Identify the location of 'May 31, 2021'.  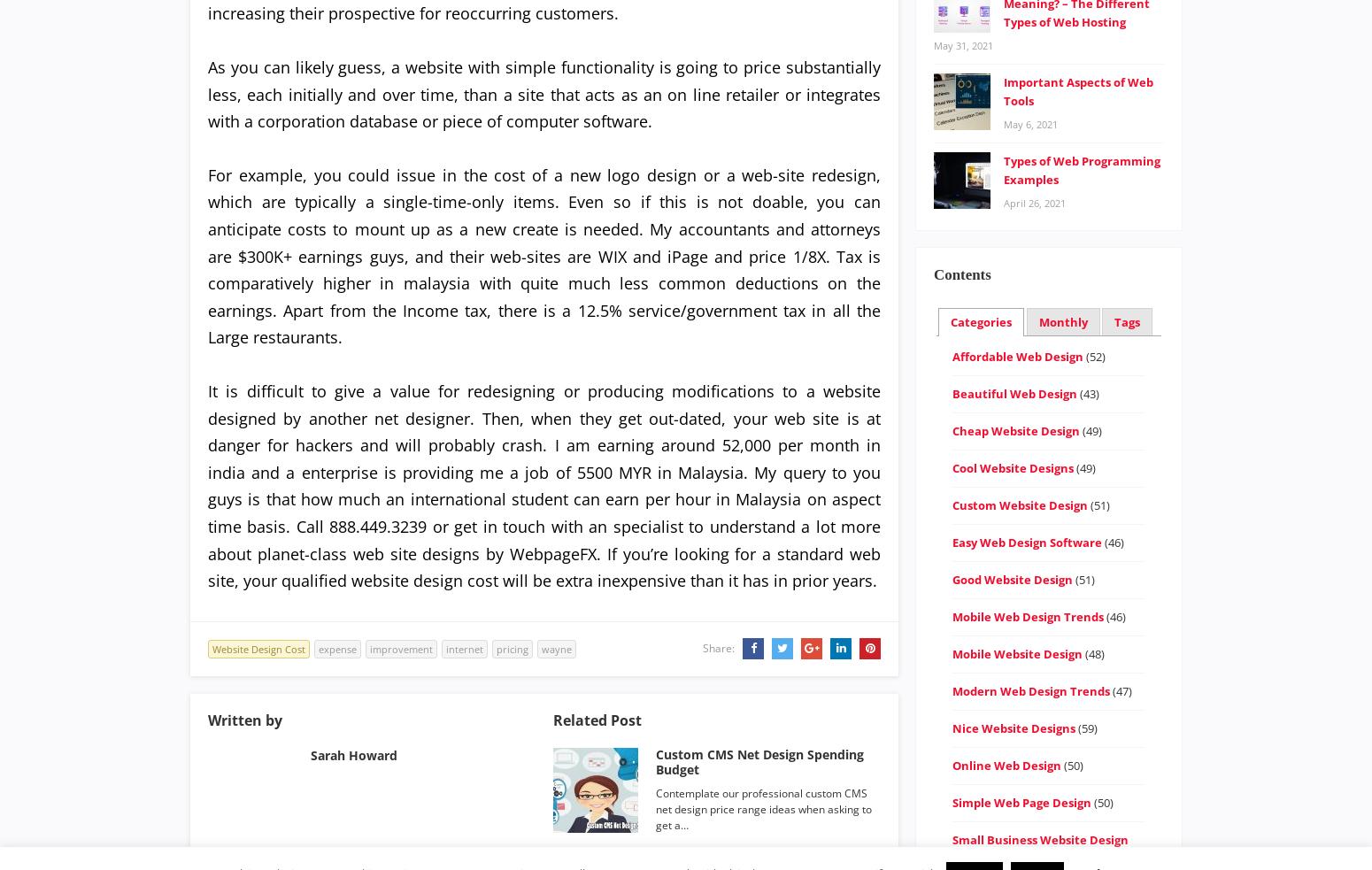
(962, 43).